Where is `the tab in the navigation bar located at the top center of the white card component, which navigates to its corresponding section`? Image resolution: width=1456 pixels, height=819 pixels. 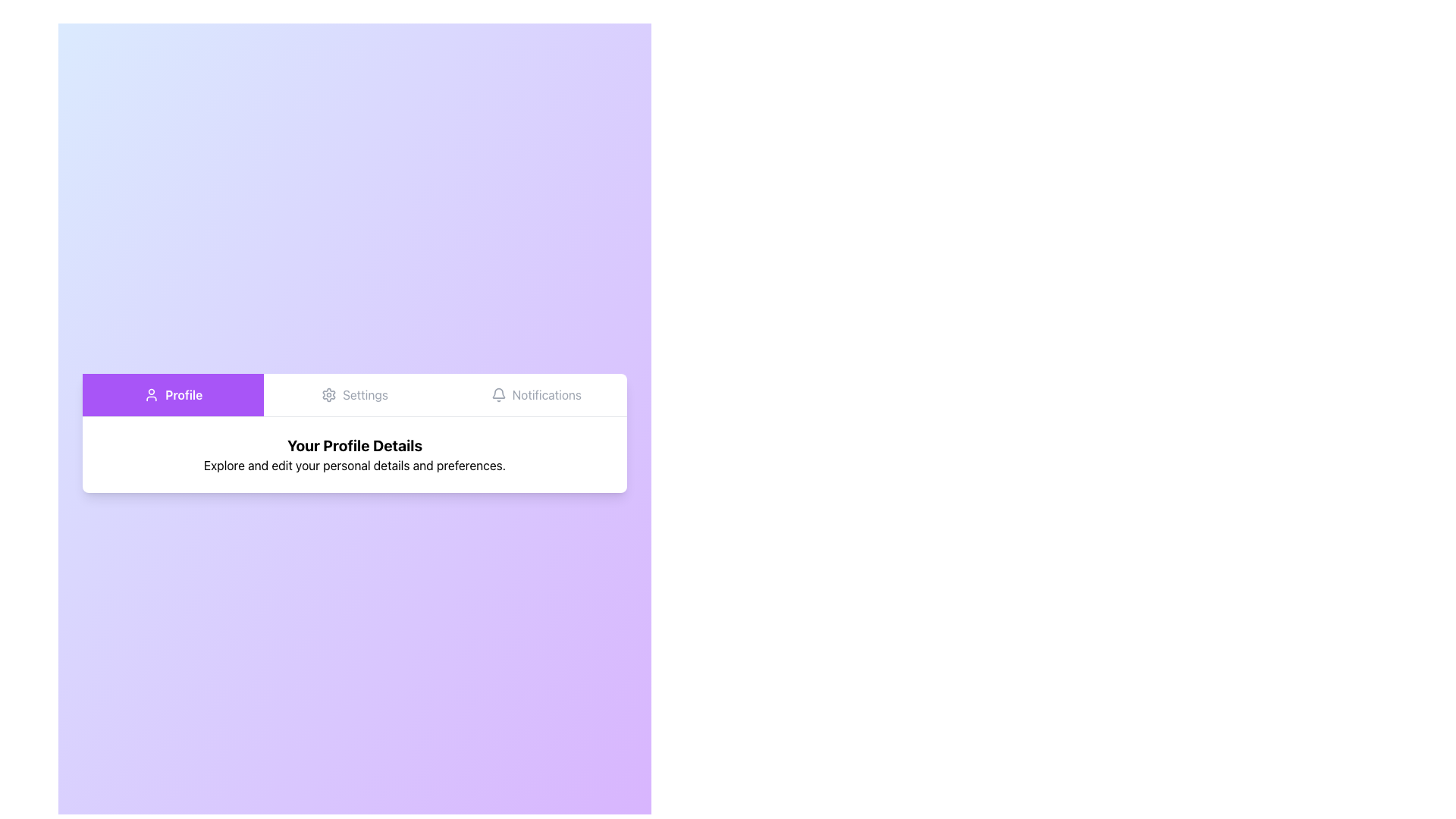 the tab in the navigation bar located at the top center of the white card component, which navigates to its corresponding section is located at coordinates (353, 394).